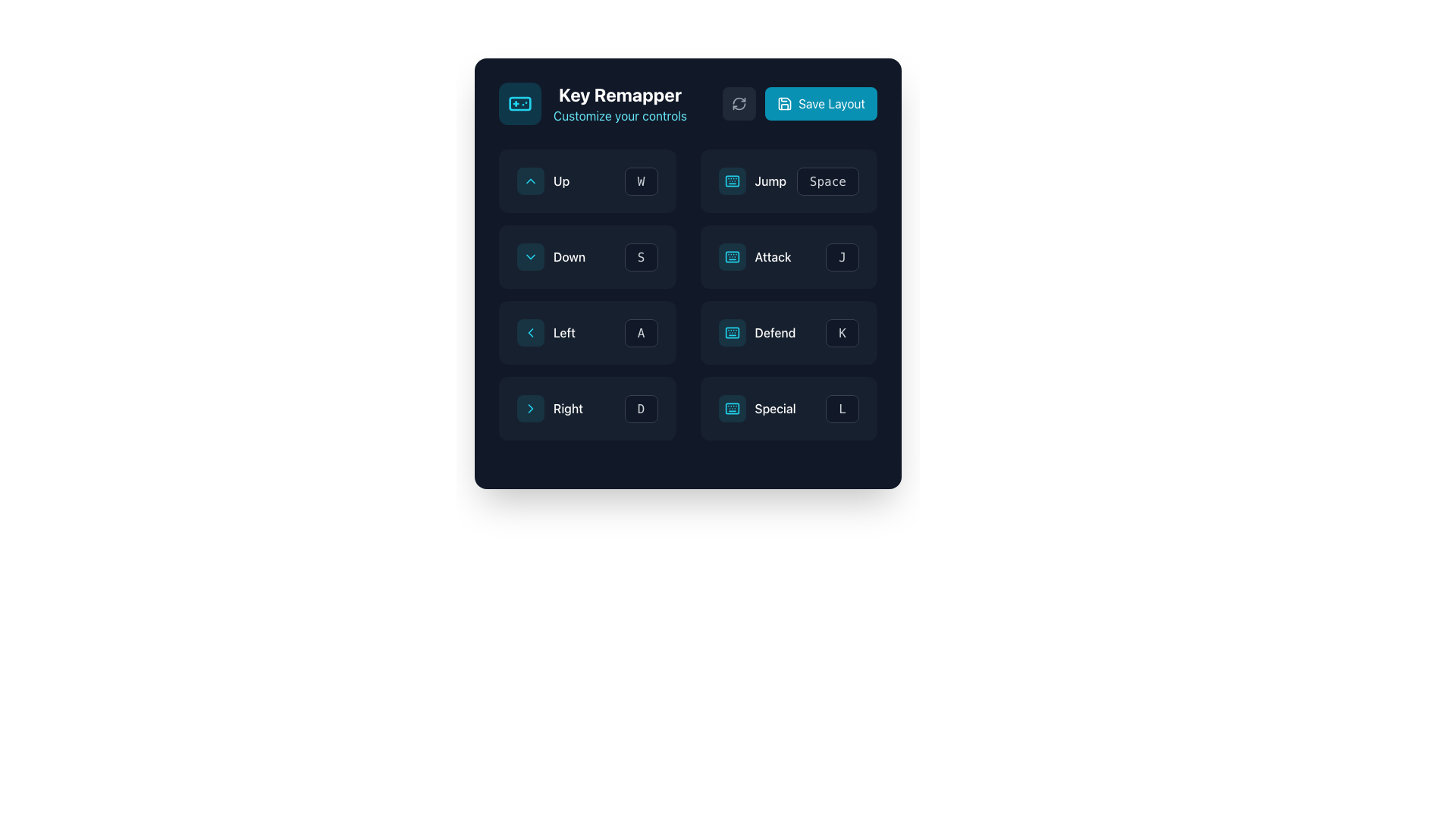 The image size is (1456, 819). Describe the element at coordinates (785, 103) in the screenshot. I see `the save icon located in the upper-right corner of the interface, which is part of the 'Save Layout' button with a blue background` at that location.